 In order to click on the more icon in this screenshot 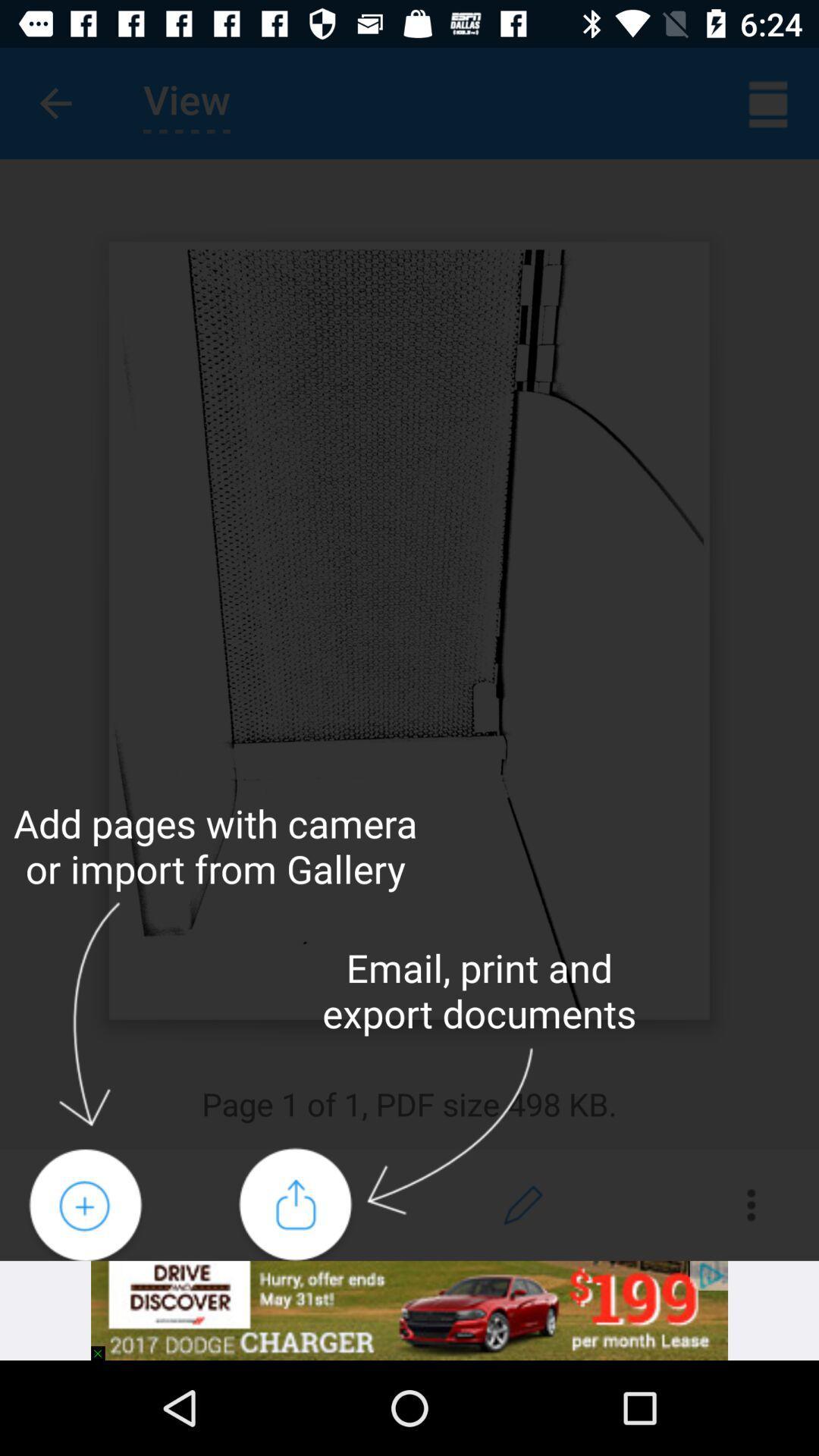, I will do `click(751, 1204)`.